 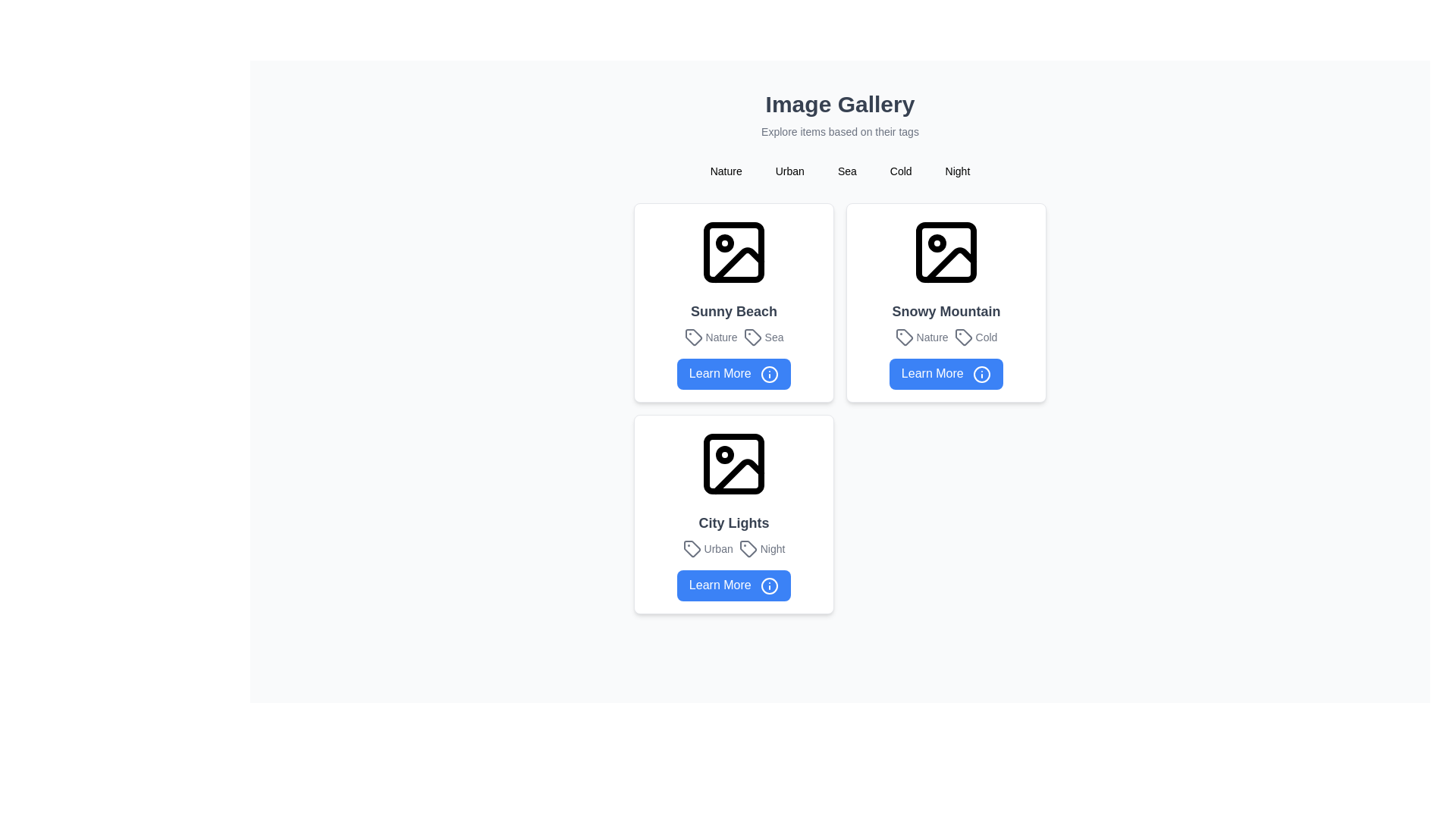 What do you see at coordinates (956, 171) in the screenshot?
I see `the 'Night' button, which is the fifth item in a row of buttons, to trigger its hover effects` at bounding box center [956, 171].